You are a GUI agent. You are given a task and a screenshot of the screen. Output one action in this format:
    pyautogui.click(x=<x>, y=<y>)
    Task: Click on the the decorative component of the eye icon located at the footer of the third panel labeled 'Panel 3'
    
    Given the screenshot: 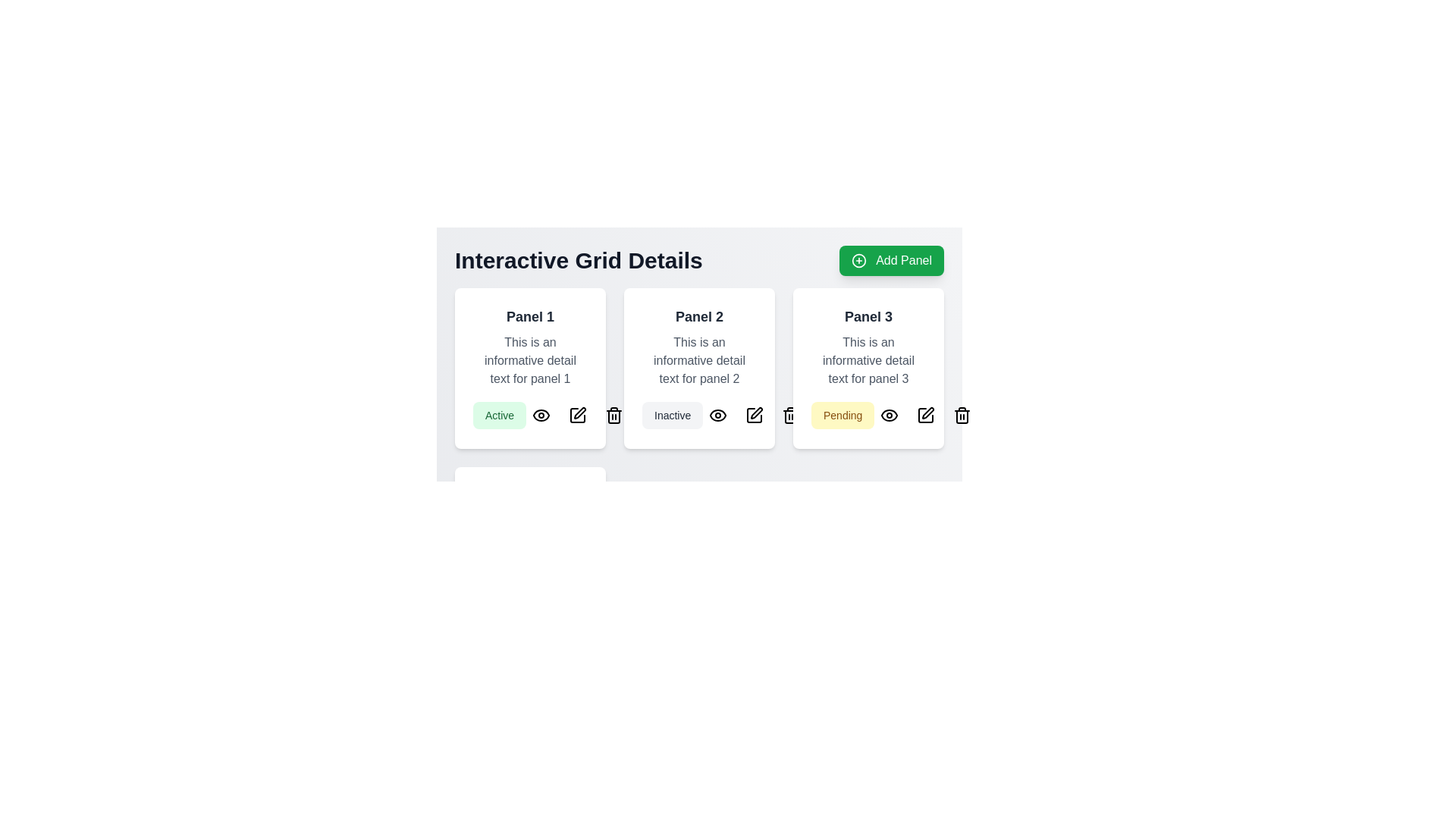 What is the action you would take?
    pyautogui.click(x=890, y=415)
    